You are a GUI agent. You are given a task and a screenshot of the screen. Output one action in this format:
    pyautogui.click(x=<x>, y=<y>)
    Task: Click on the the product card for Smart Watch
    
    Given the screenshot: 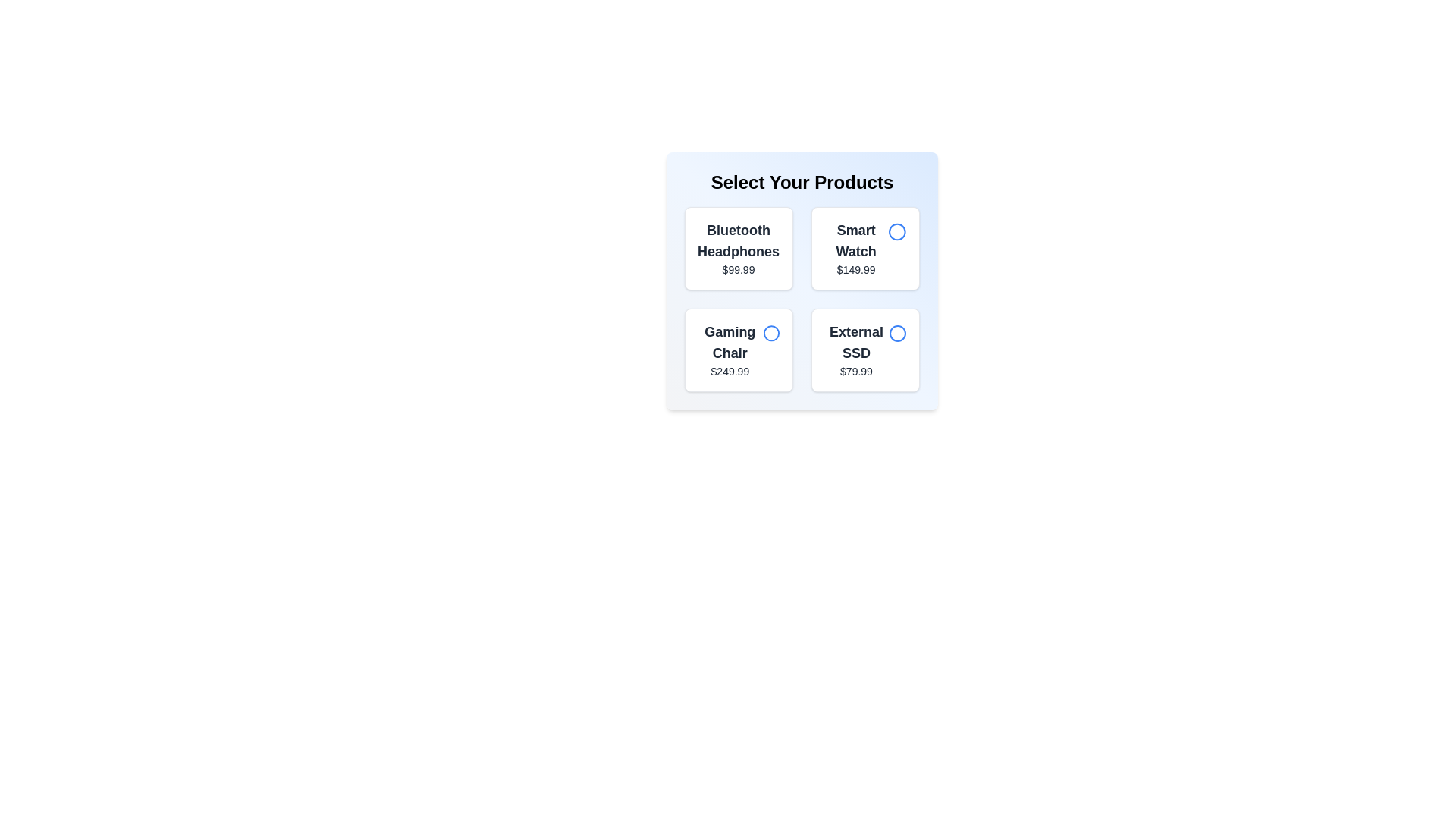 What is the action you would take?
    pyautogui.click(x=865, y=247)
    